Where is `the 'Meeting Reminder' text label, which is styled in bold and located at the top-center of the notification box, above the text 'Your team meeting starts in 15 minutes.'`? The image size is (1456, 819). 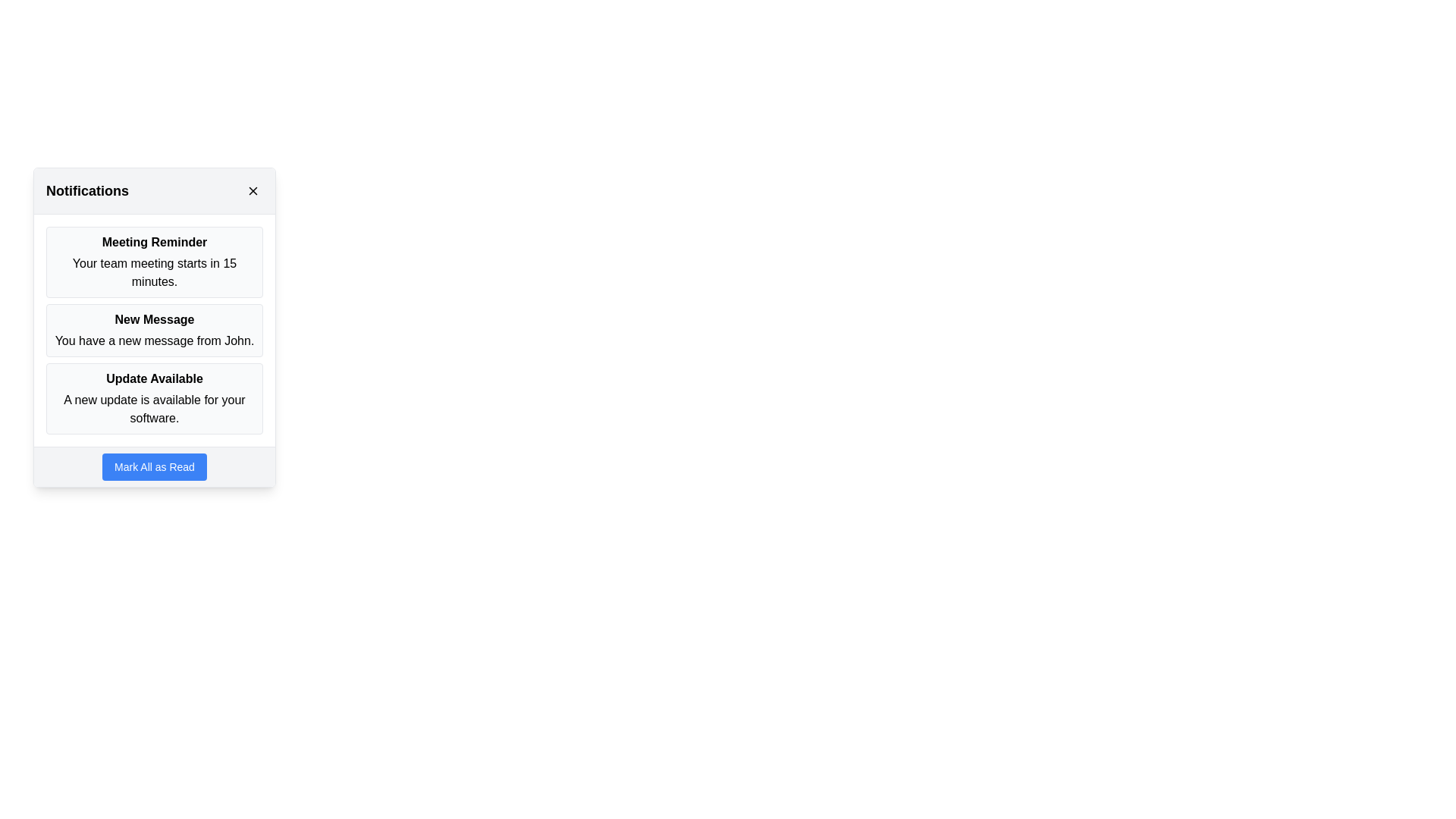
the 'Meeting Reminder' text label, which is styled in bold and located at the top-center of the notification box, above the text 'Your team meeting starts in 15 minutes.' is located at coordinates (154, 242).